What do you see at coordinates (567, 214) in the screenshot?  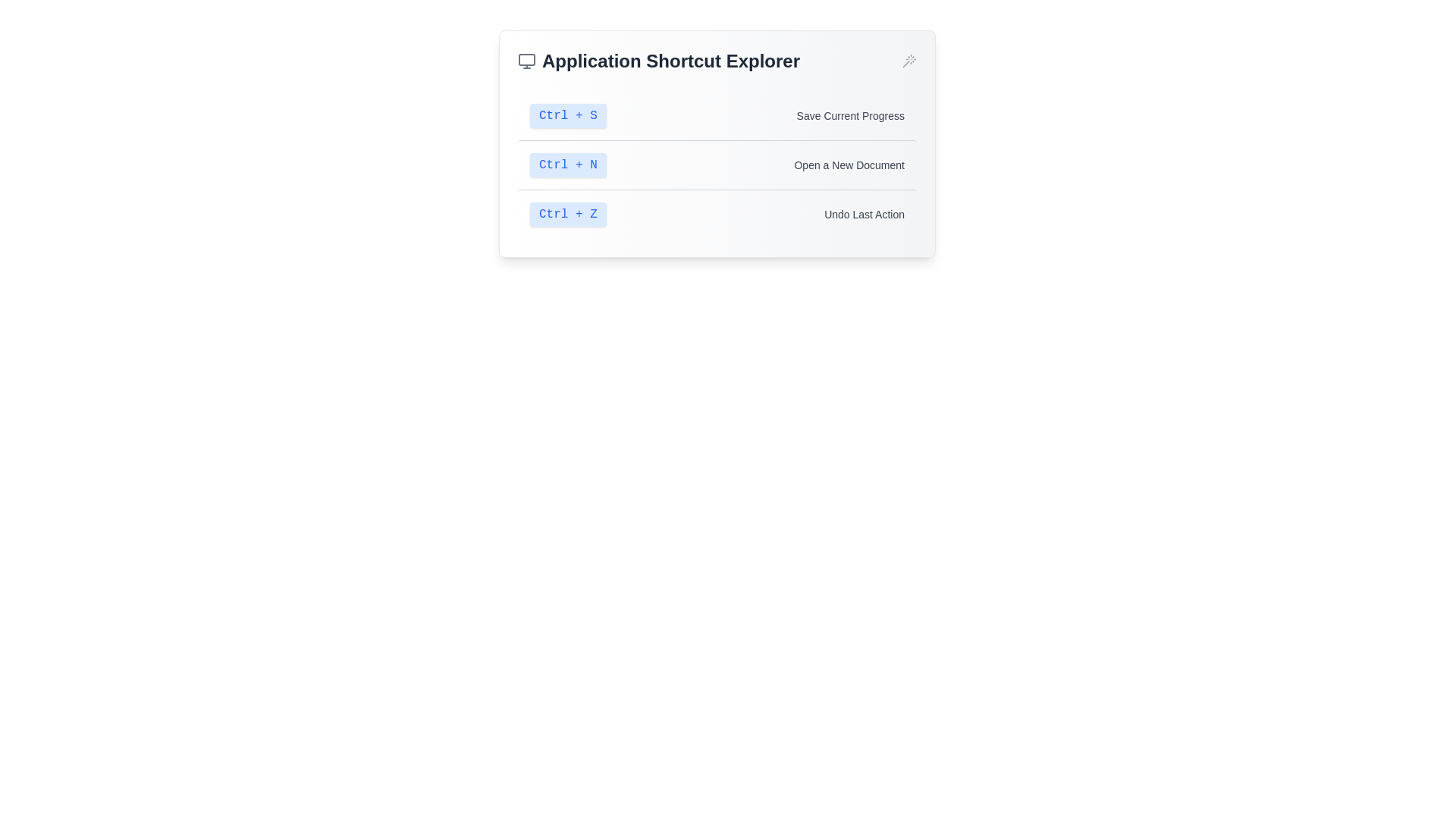 I see `text displayed on the button-like visual component styled with a blue background and rounded corners that contains the text 'Ctrl + Z', located in the third row of the 'Application Shortcut Explorer' panel, adjacent to the label 'Undo Last Action'` at bounding box center [567, 214].